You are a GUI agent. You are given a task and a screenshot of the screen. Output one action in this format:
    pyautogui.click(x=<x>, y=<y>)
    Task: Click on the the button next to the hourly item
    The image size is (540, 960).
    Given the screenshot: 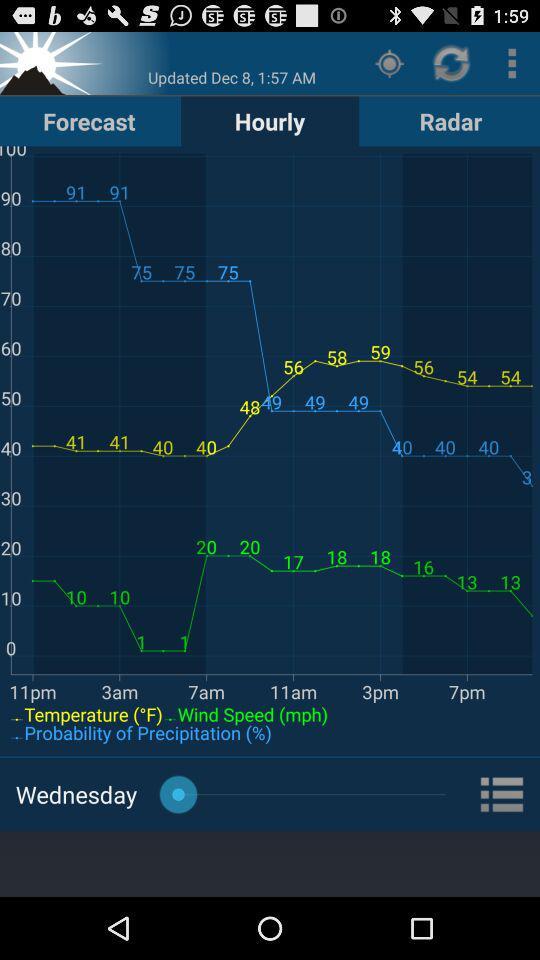 What is the action you would take?
    pyautogui.click(x=88, y=120)
    